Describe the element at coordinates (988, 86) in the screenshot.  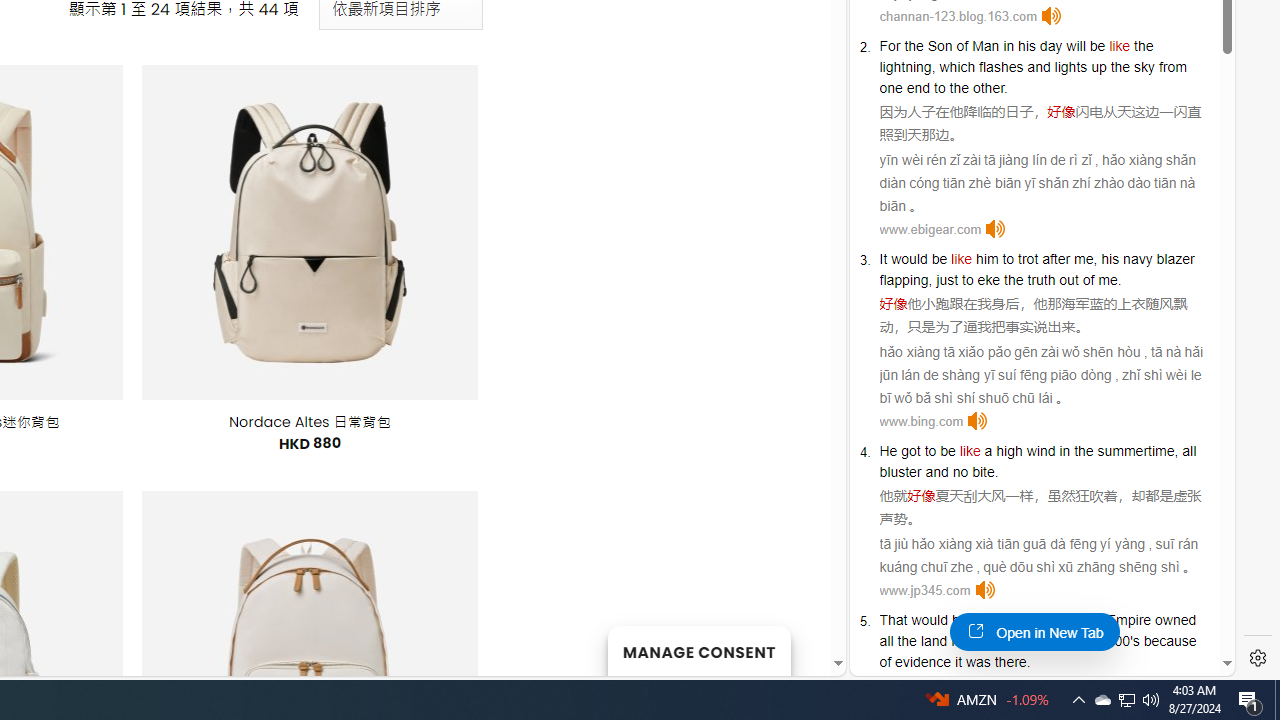
I see `'other'` at that location.